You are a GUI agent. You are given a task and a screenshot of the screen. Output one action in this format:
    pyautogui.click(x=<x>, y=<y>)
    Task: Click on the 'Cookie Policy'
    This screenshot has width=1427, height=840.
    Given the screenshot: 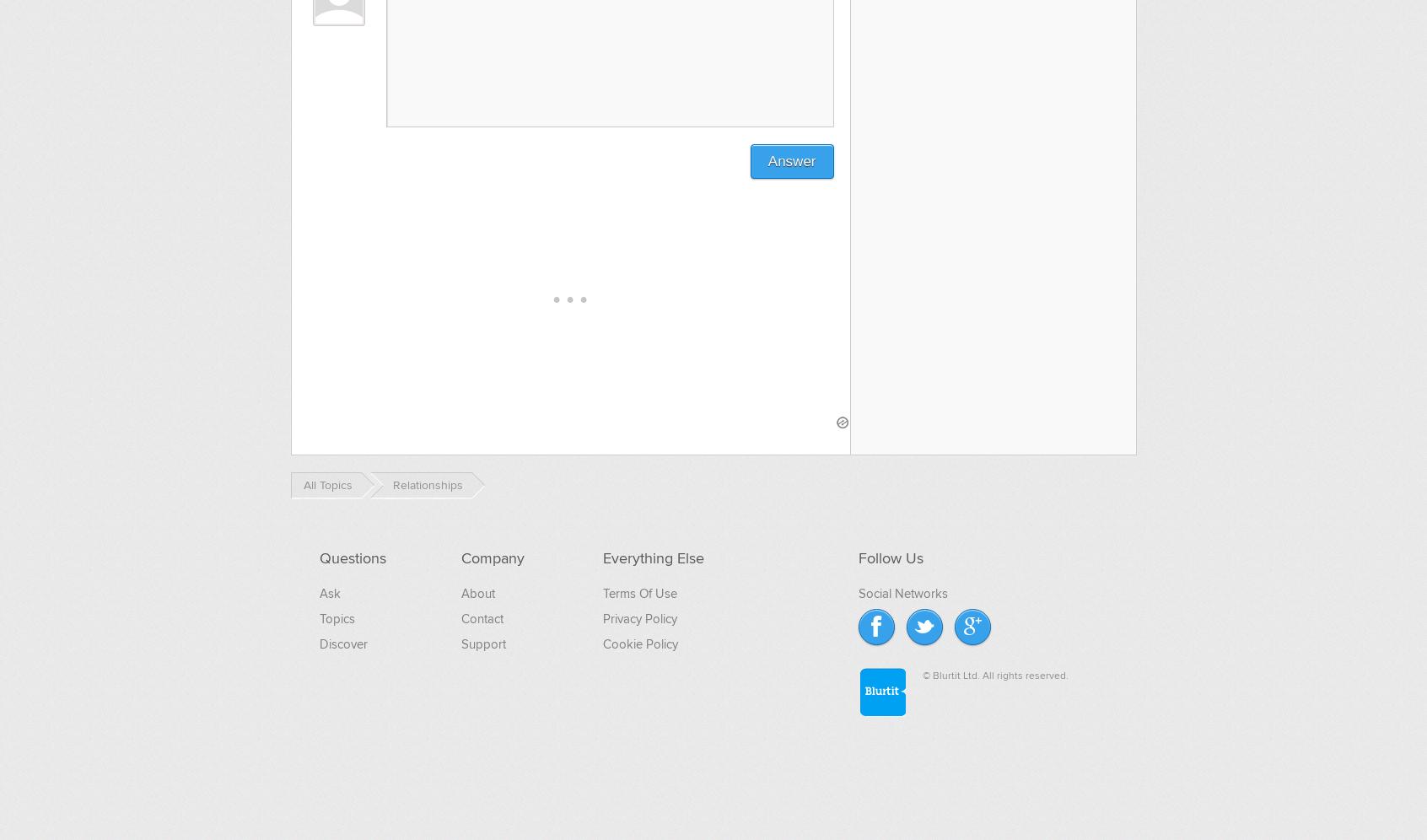 What is the action you would take?
    pyautogui.click(x=638, y=643)
    